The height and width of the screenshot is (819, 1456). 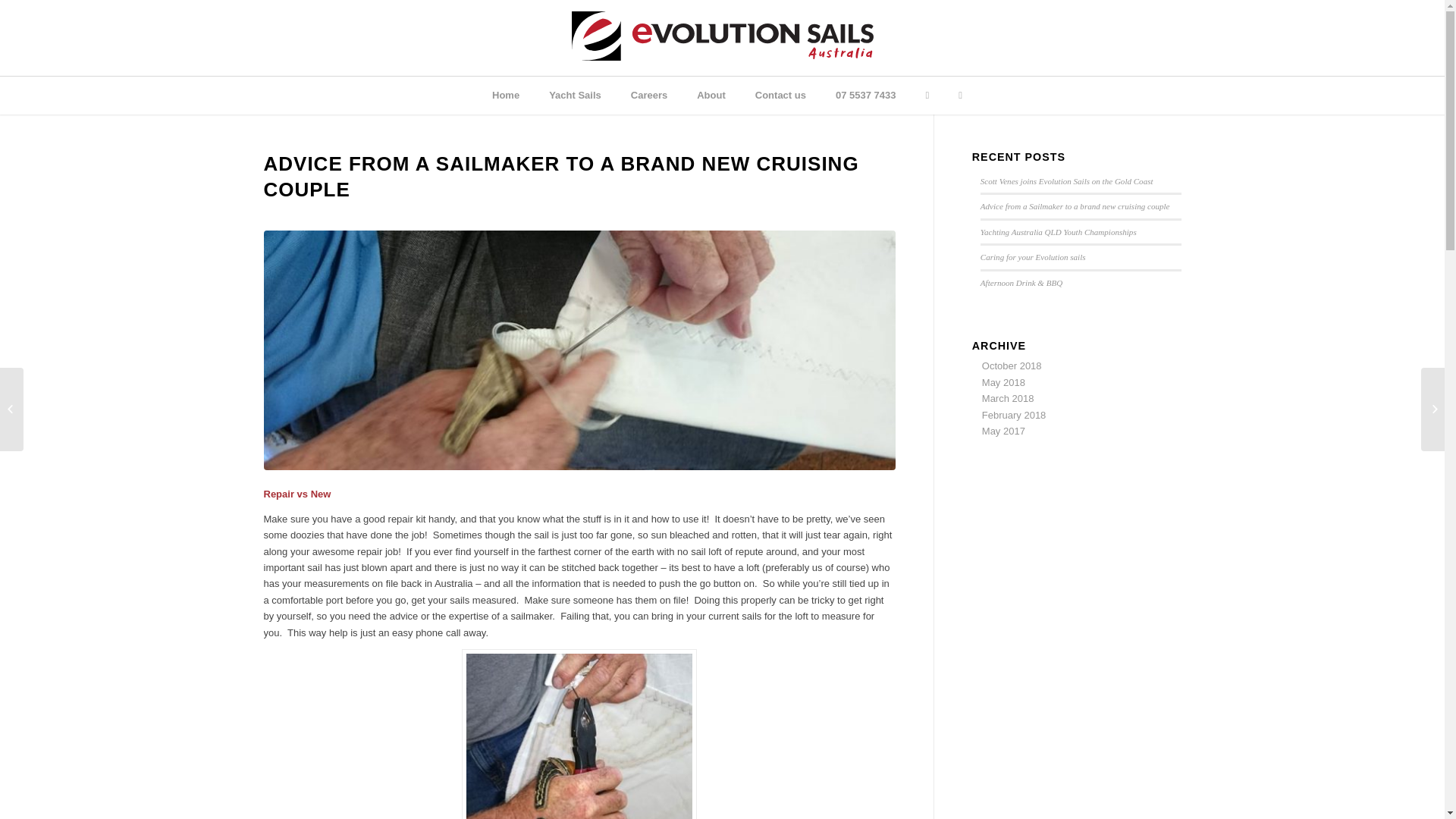 I want to click on 'hand sewing 2', so click(x=579, y=350).